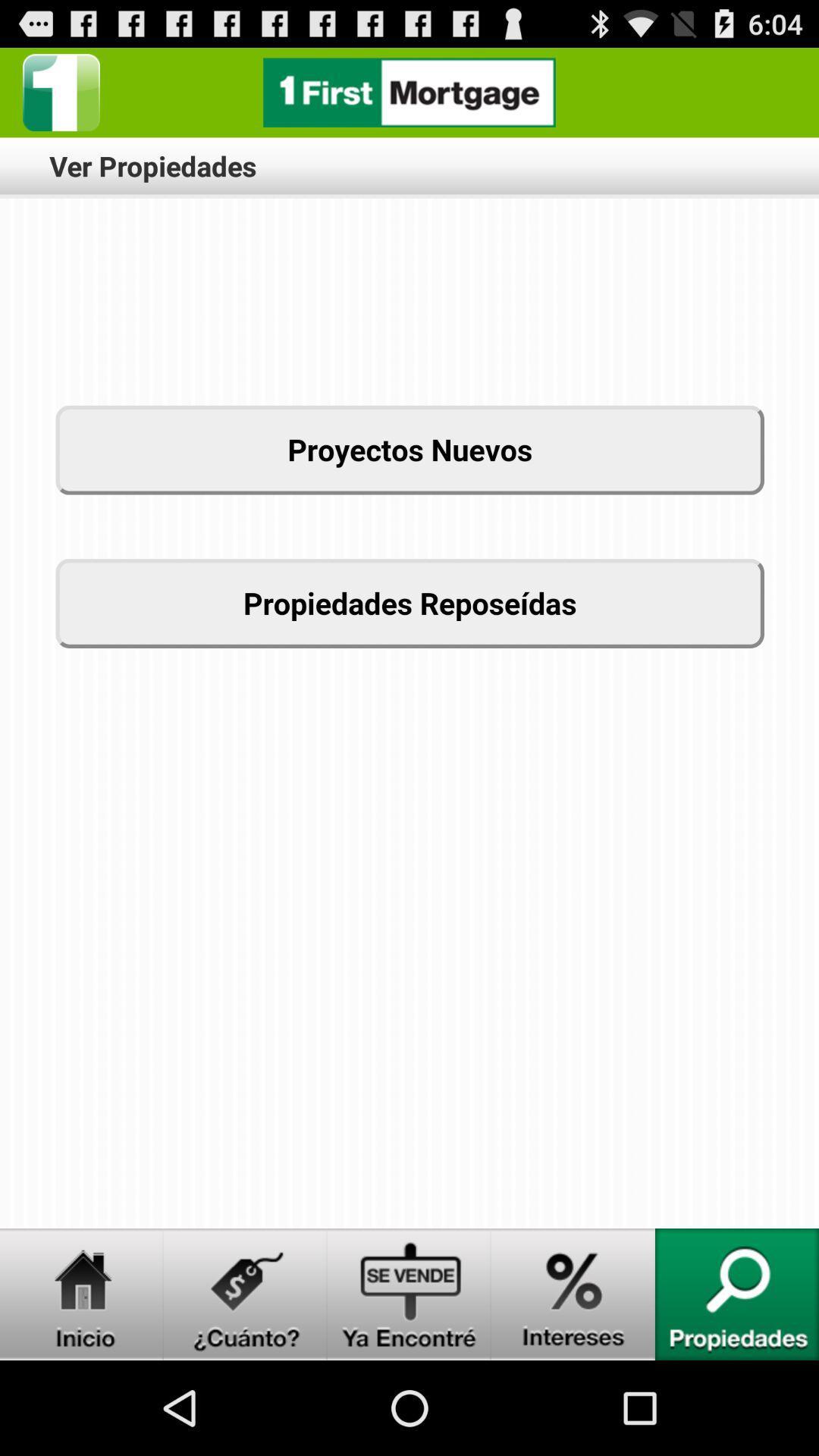 The width and height of the screenshot is (819, 1456). What do you see at coordinates (409, 1294) in the screenshot?
I see `ya encontre` at bounding box center [409, 1294].